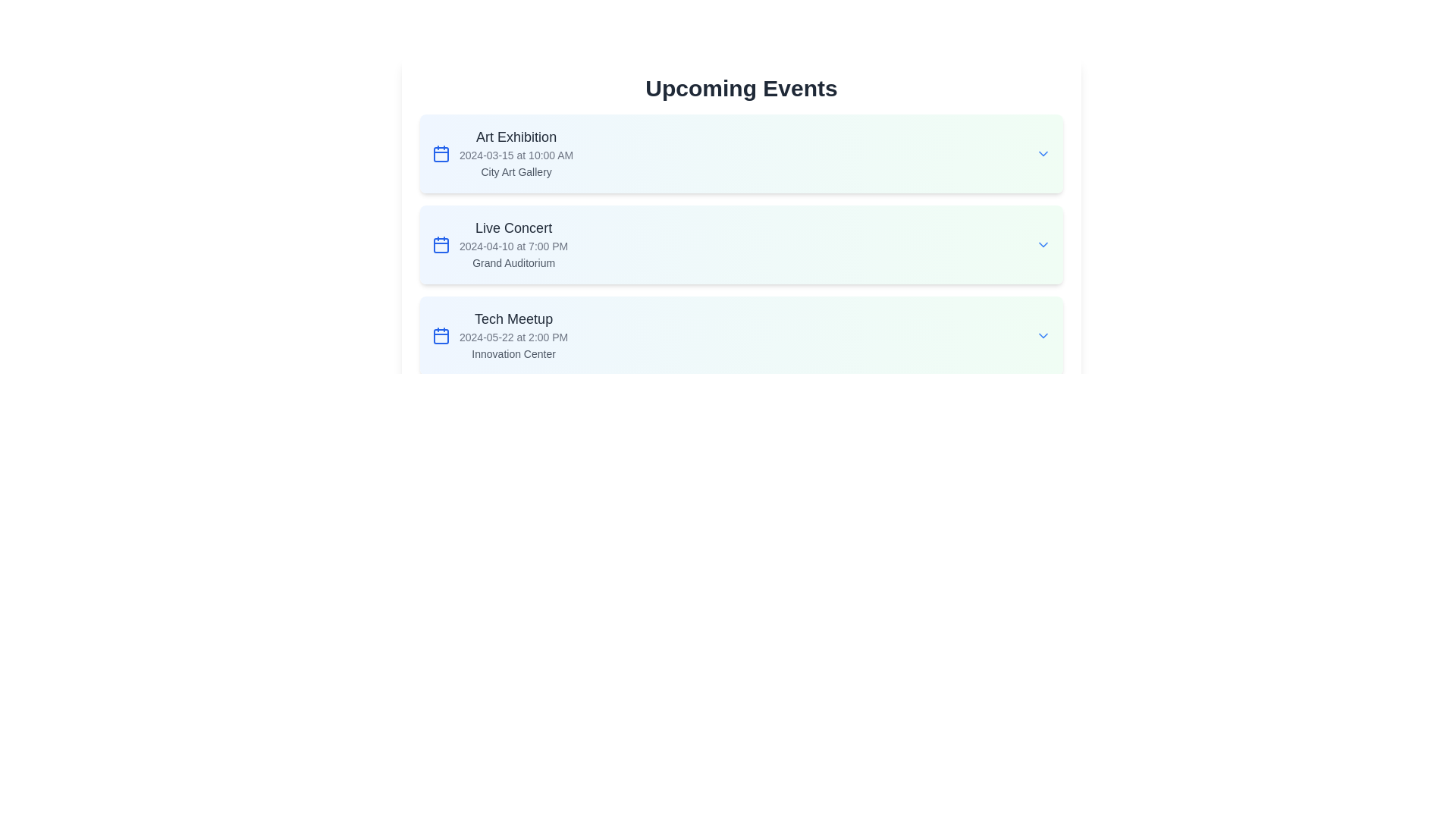 This screenshot has height=819, width=1456. Describe the element at coordinates (503, 154) in the screenshot. I see `the non-interactive Text and Icon Group that conveys critical details about an upcoming event, located in the first event card of the 'Upcoming Events' list` at that location.